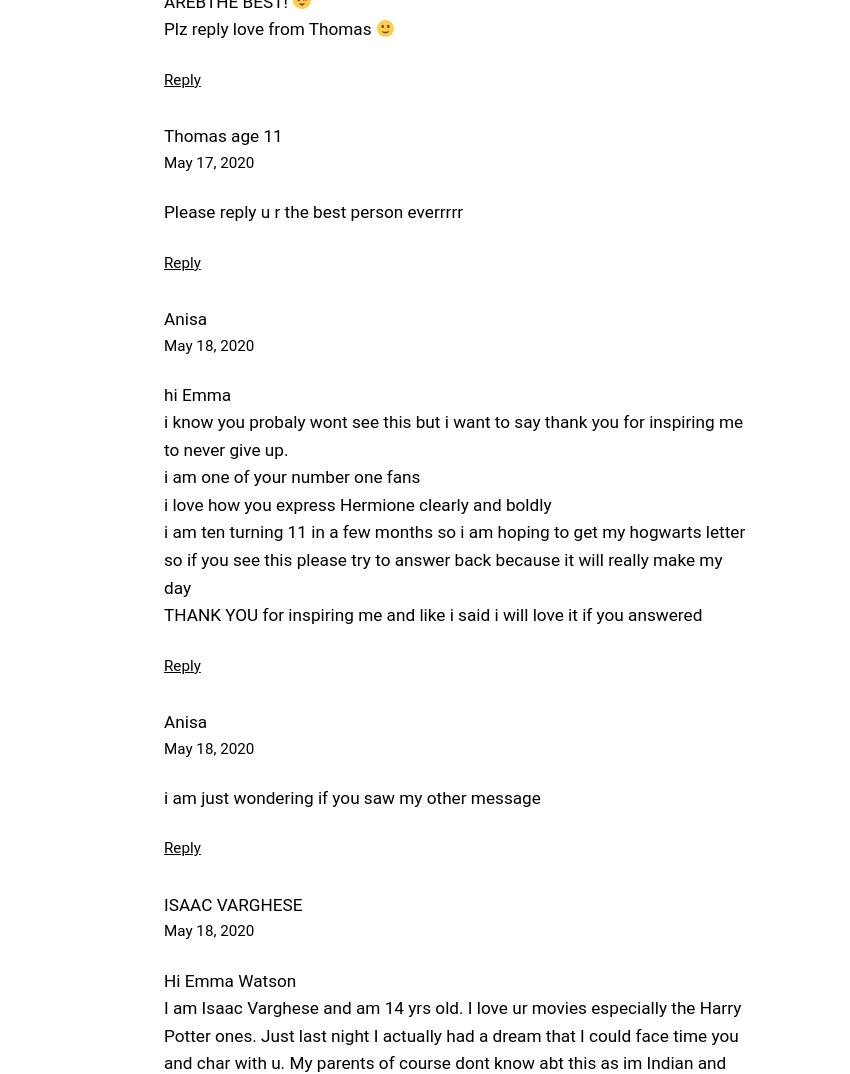  Describe the element at coordinates (442, 572) in the screenshot. I see `'so if you see this please try to answer back because it will really make my day'` at that location.